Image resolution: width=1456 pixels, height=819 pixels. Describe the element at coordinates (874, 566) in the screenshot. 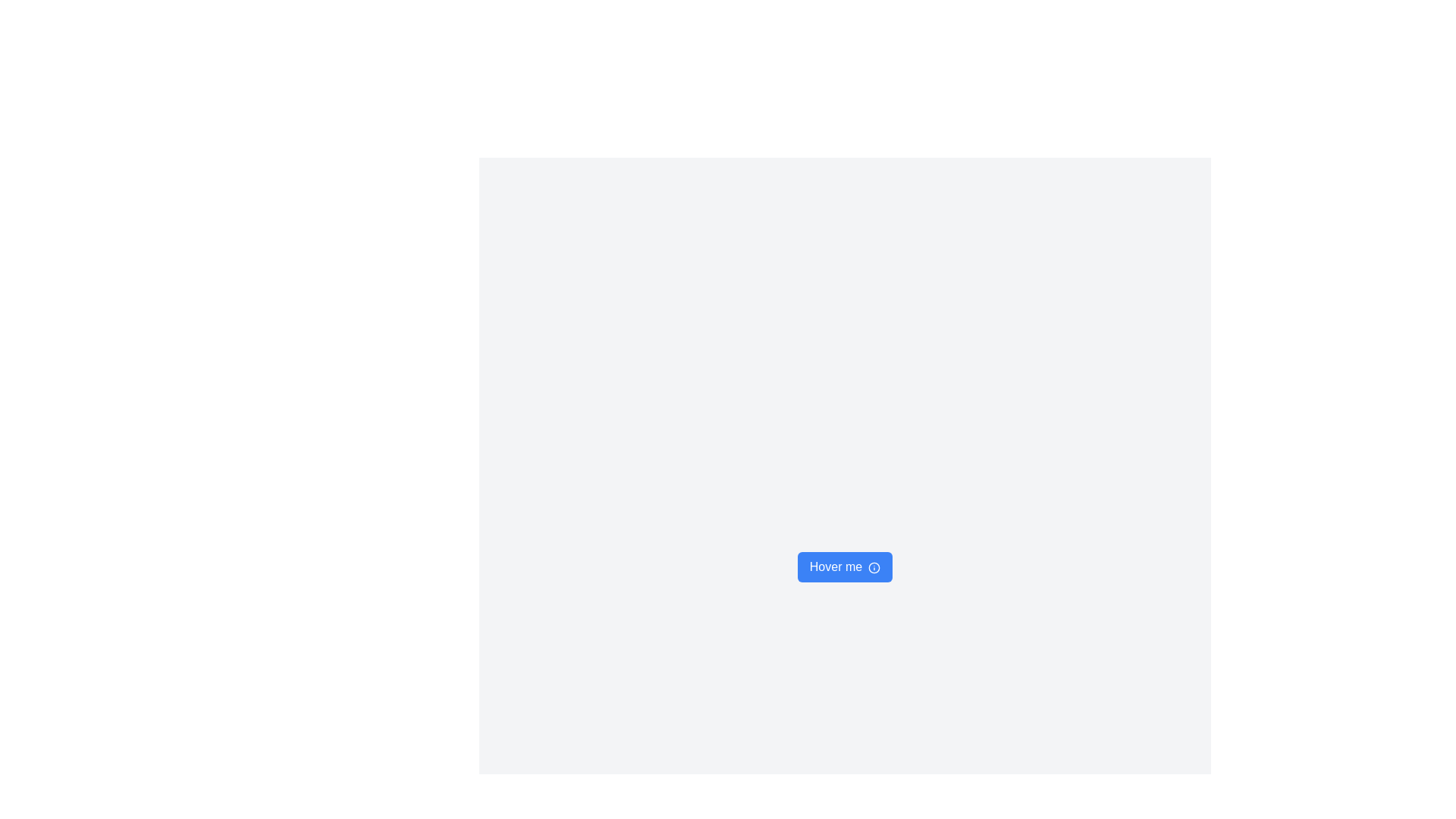

I see `the information icon located within the blue 'Hover me' button` at that location.